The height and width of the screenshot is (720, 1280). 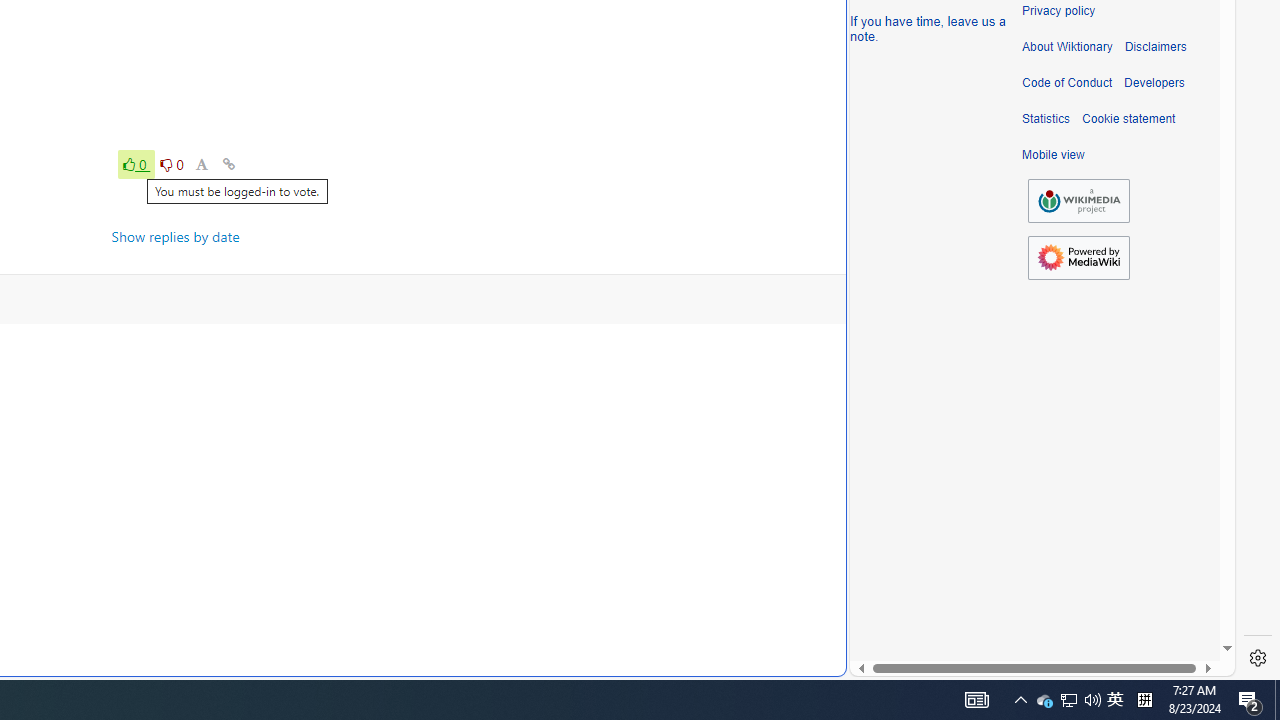 I want to click on 'Mobile view', so click(x=1052, y=154).